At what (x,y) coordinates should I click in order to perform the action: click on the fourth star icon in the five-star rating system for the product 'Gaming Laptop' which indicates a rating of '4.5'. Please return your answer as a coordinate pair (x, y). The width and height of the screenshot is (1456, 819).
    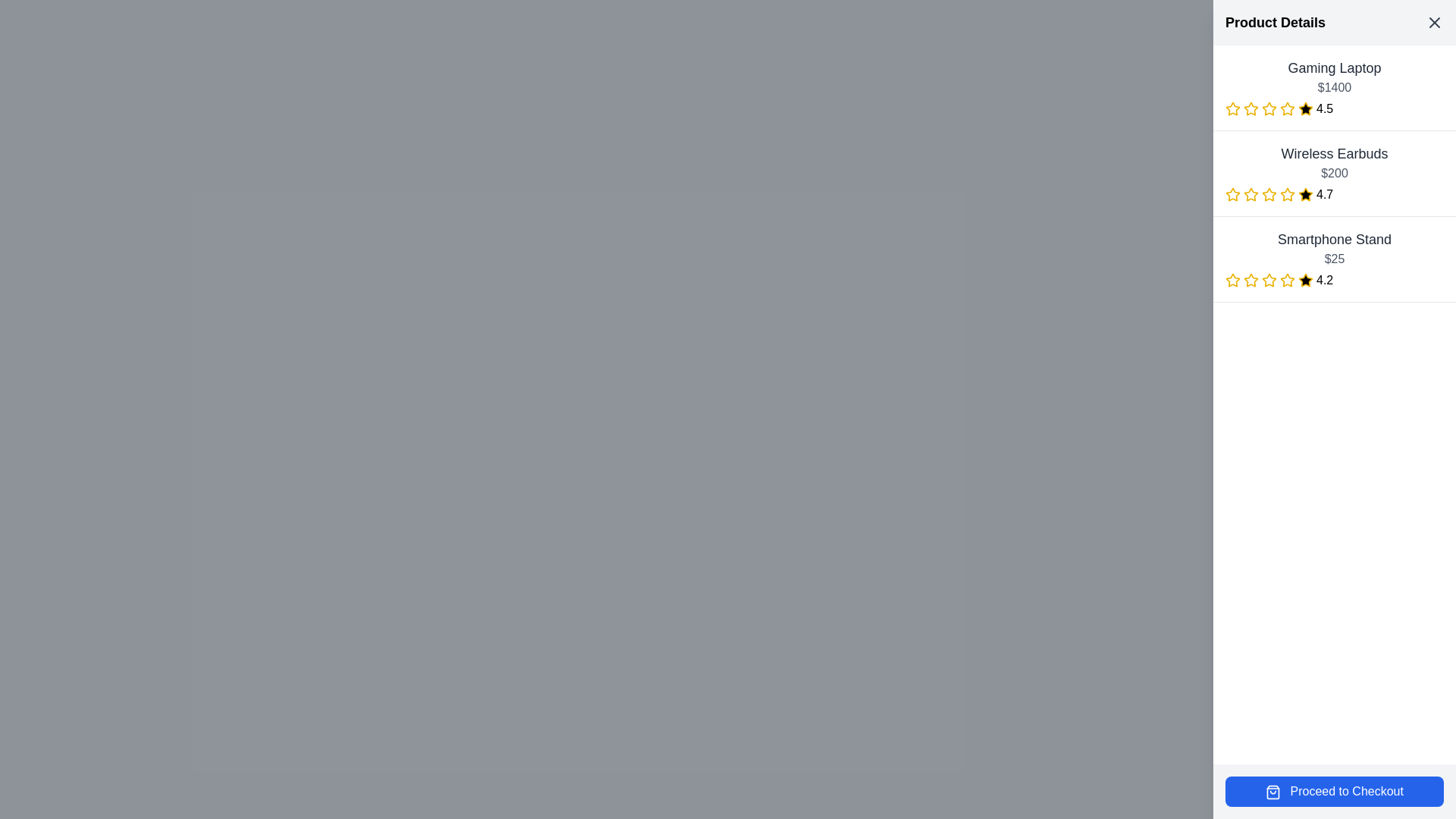
    Looking at the image, I should click on (1269, 108).